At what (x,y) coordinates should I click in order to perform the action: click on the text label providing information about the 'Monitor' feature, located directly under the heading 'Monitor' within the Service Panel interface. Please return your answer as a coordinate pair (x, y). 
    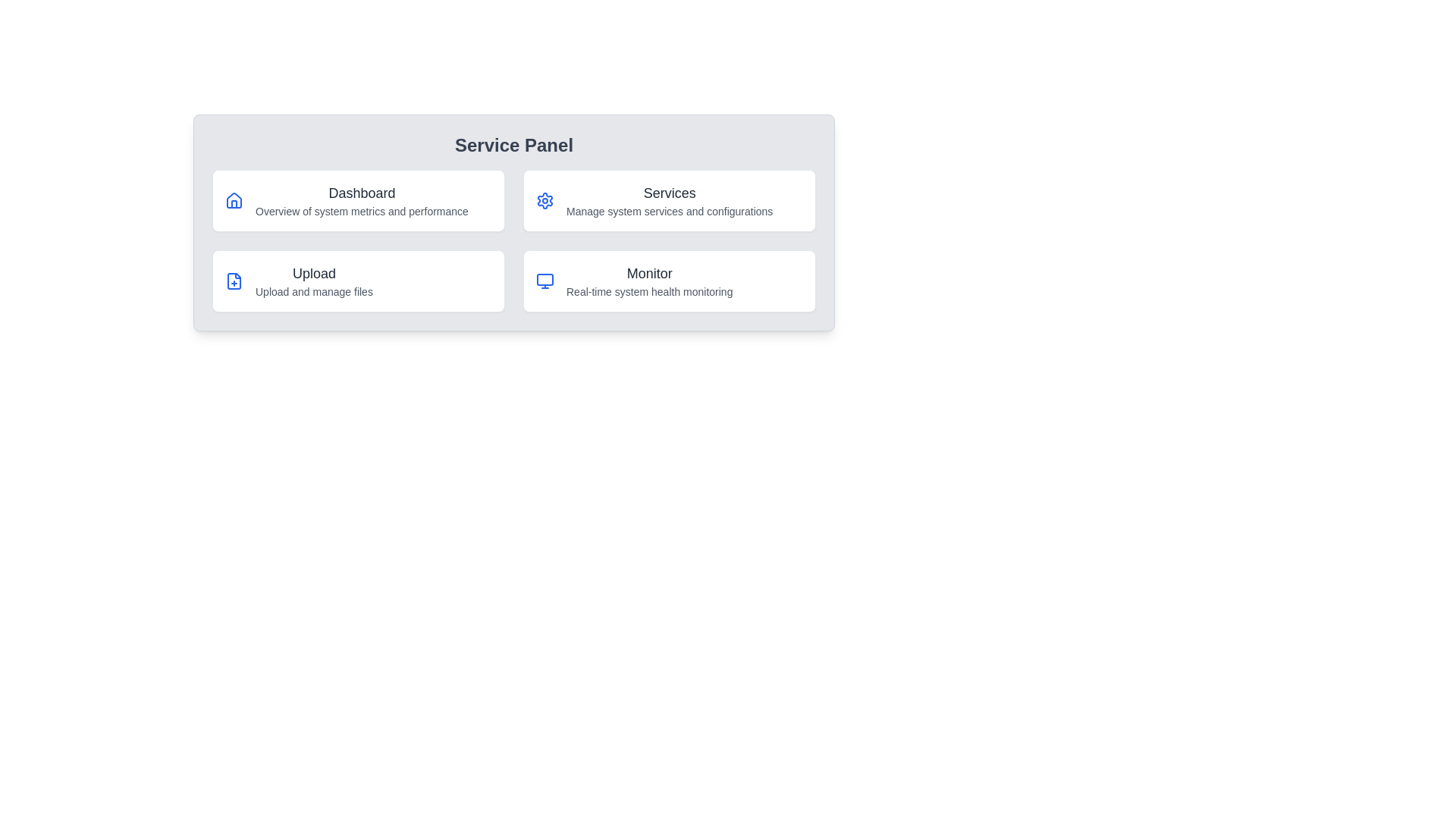
    Looking at the image, I should click on (649, 292).